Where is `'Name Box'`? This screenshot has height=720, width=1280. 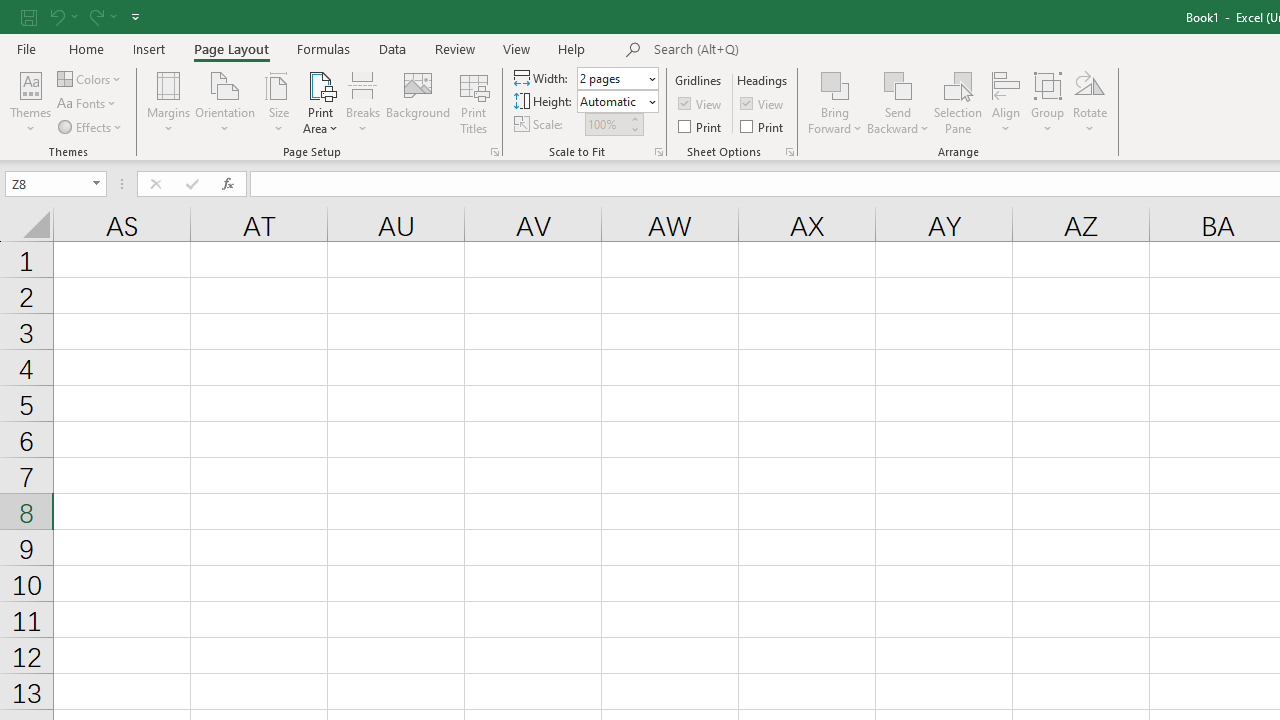 'Name Box' is located at coordinates (47, 183).